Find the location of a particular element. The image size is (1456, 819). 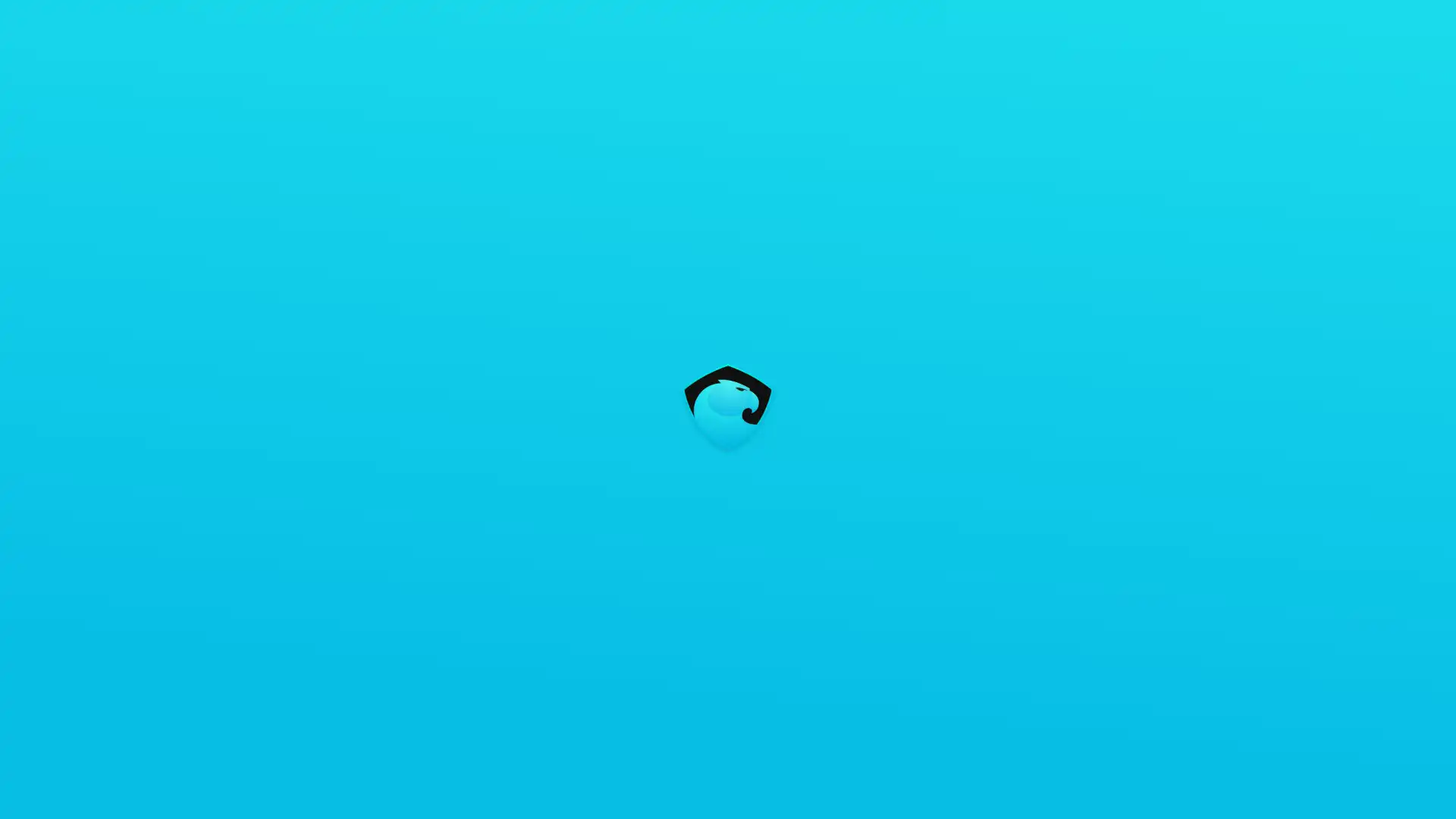

Aragon Governance DEMOCRACY is located at coordinates (930, 230).